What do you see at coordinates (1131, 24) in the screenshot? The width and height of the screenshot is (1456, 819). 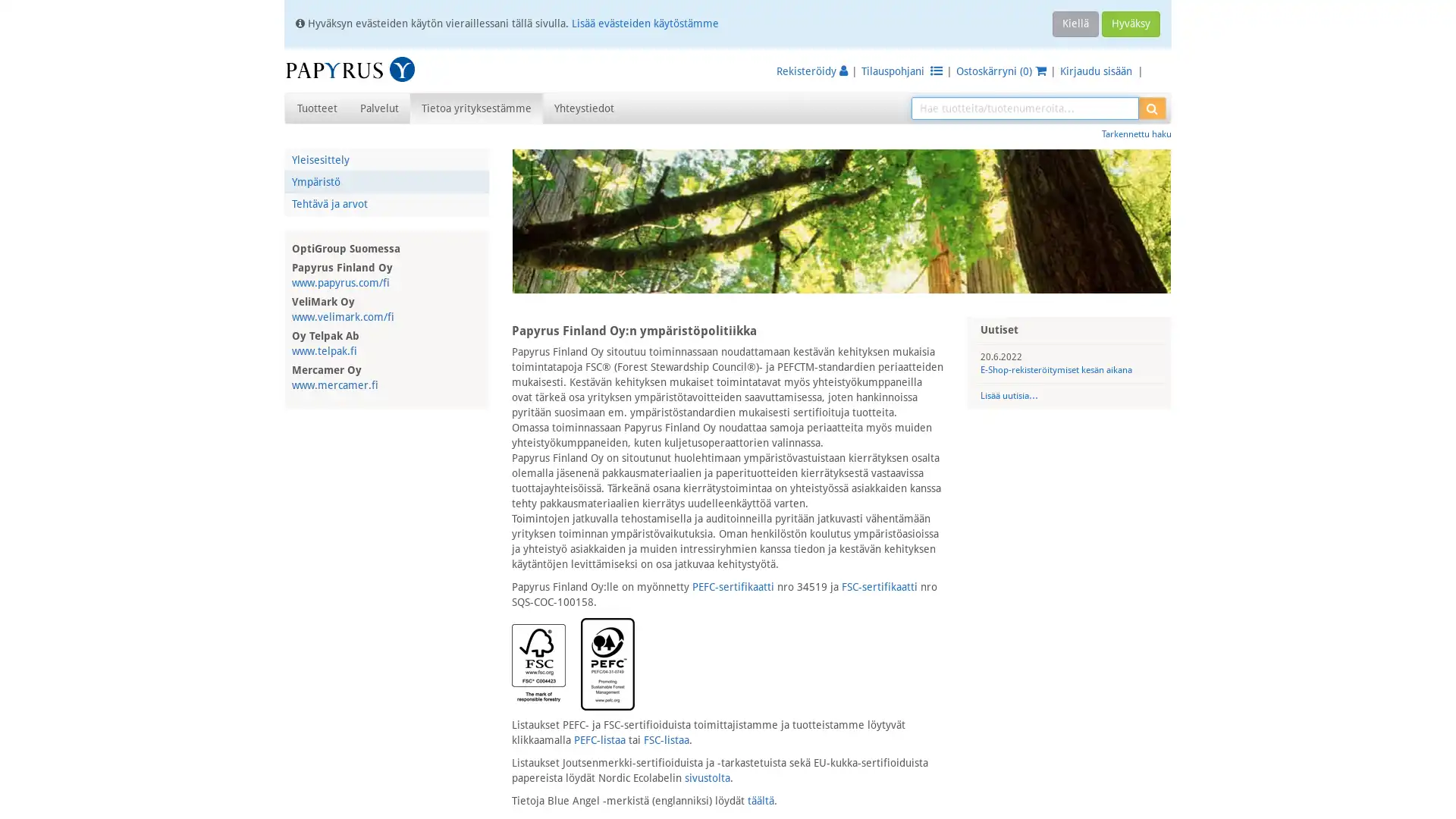 I see `Hyvaksy` at bounding box center [1131, 24].